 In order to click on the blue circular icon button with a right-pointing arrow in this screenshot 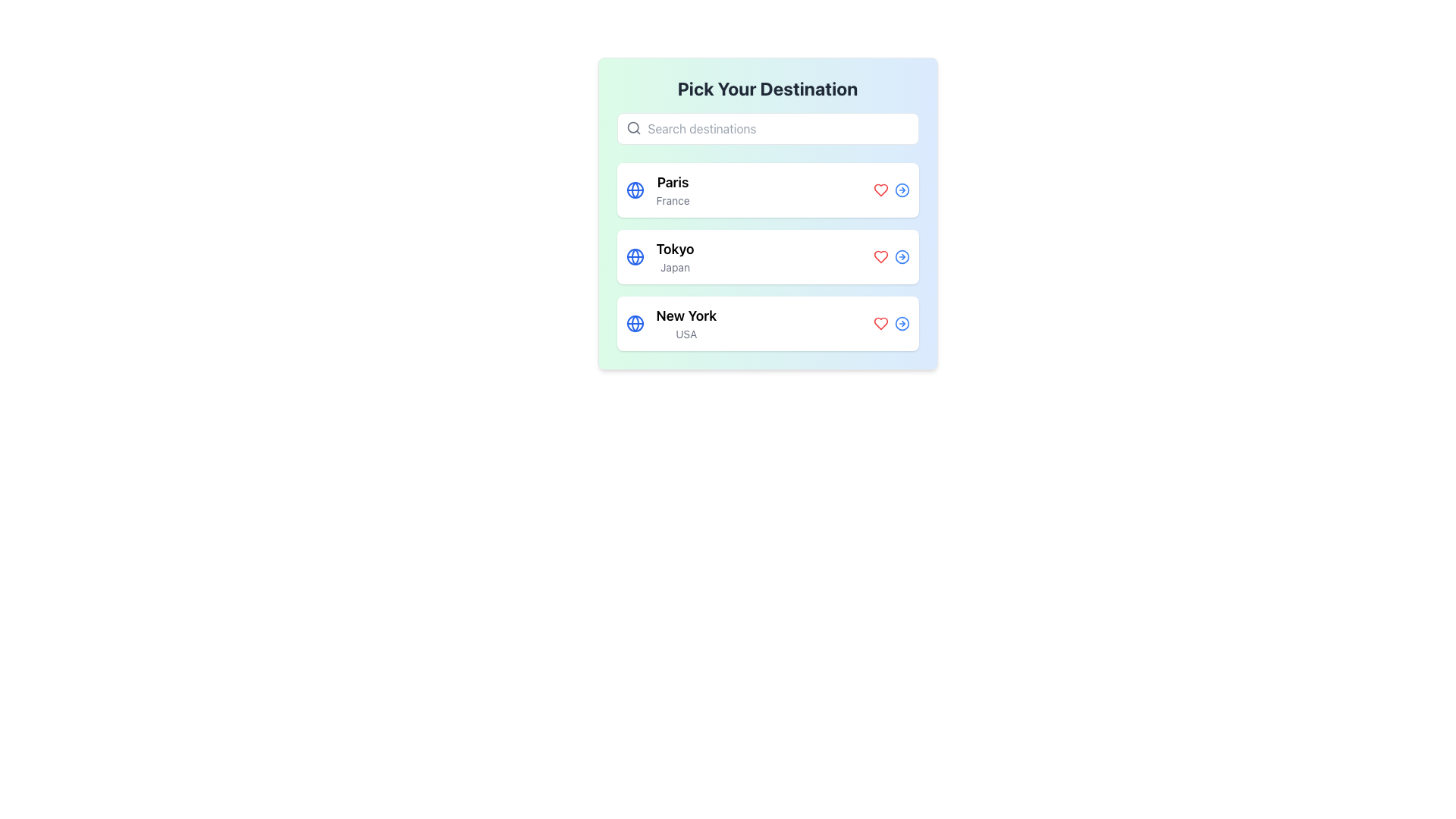, I will do `click(902, 189)`.